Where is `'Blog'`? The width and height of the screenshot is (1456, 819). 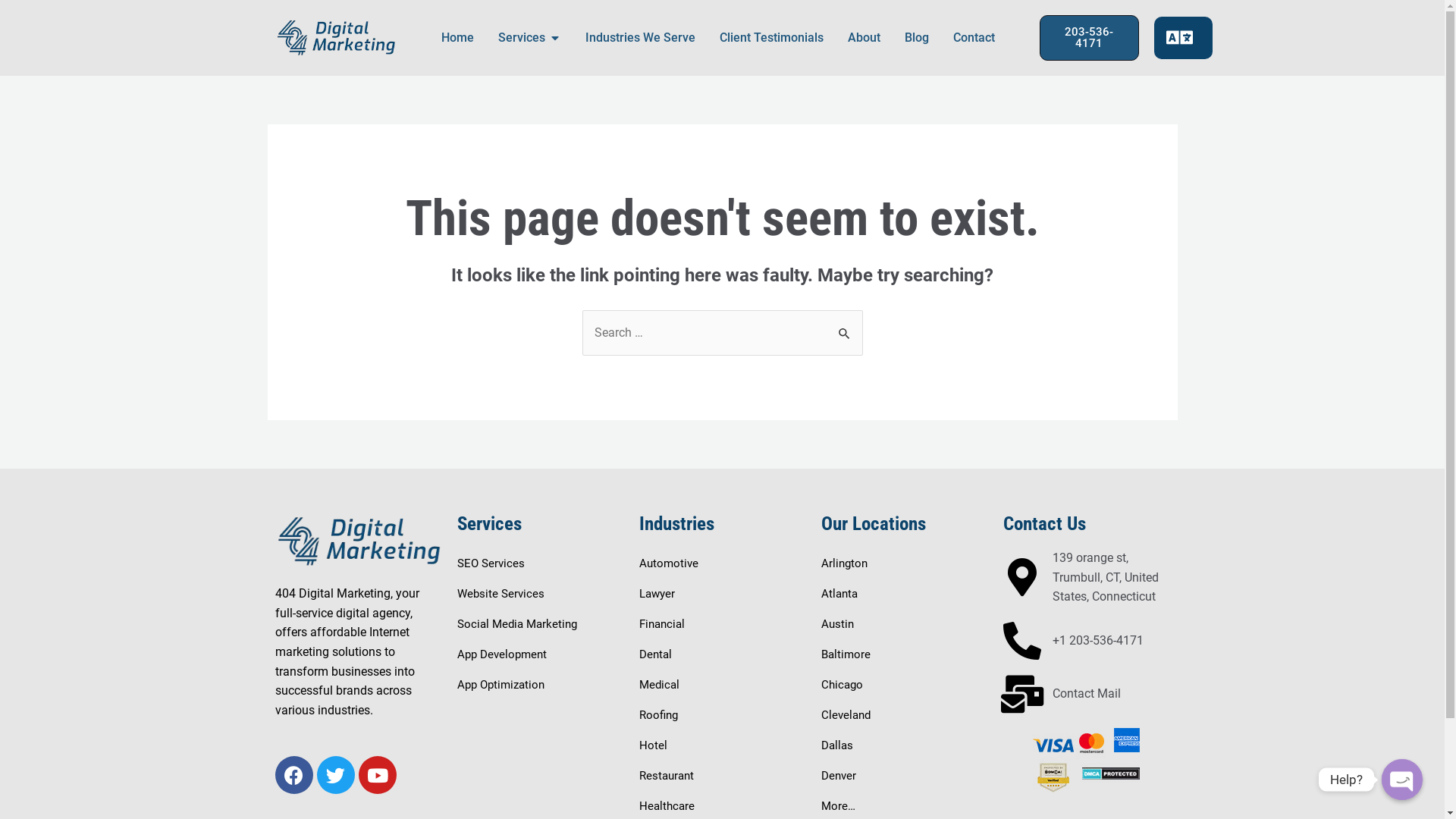 'Blog' is located at coordinates (915, 37).